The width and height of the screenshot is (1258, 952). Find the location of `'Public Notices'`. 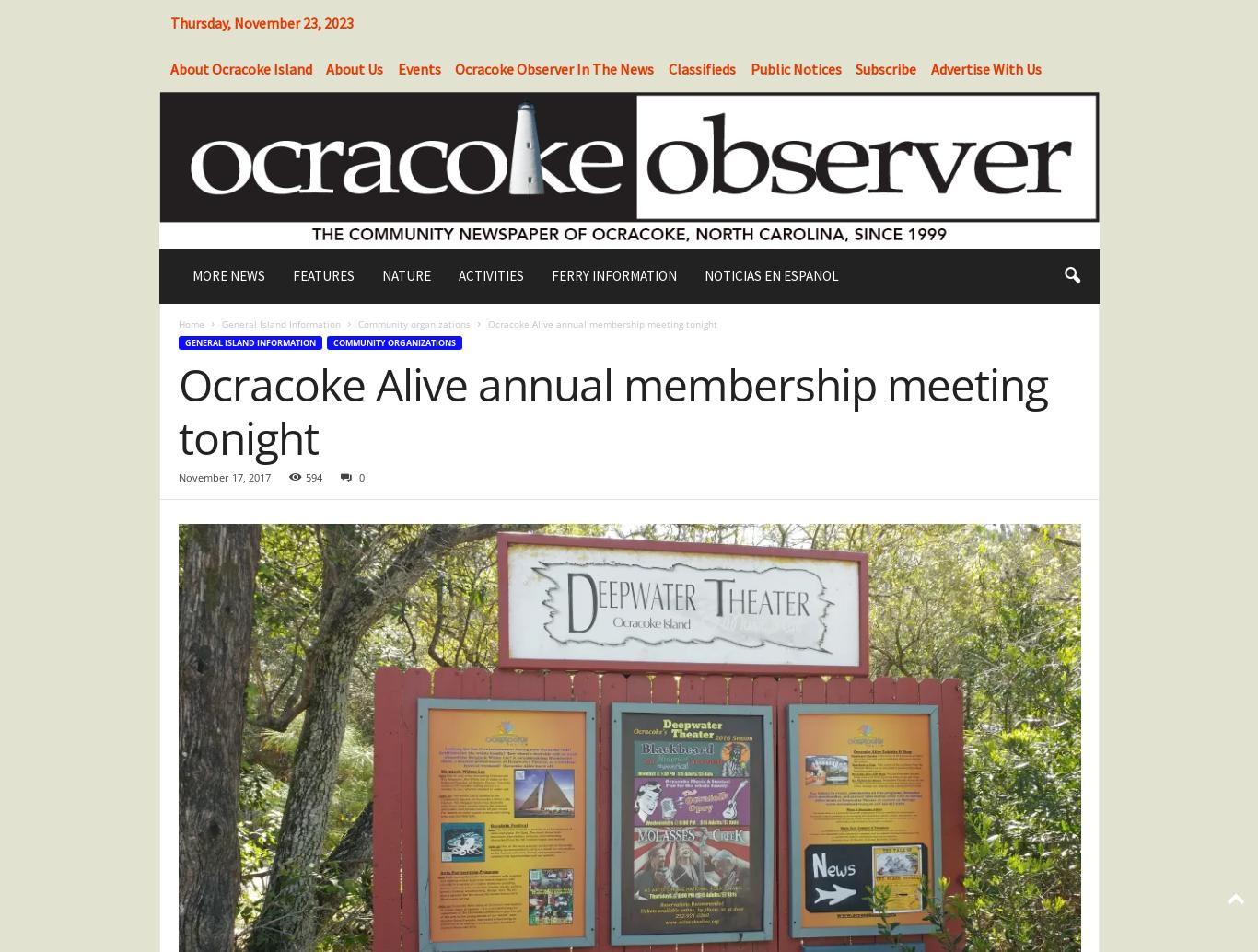

'Public Notices' is located at coordinates (794, 68).